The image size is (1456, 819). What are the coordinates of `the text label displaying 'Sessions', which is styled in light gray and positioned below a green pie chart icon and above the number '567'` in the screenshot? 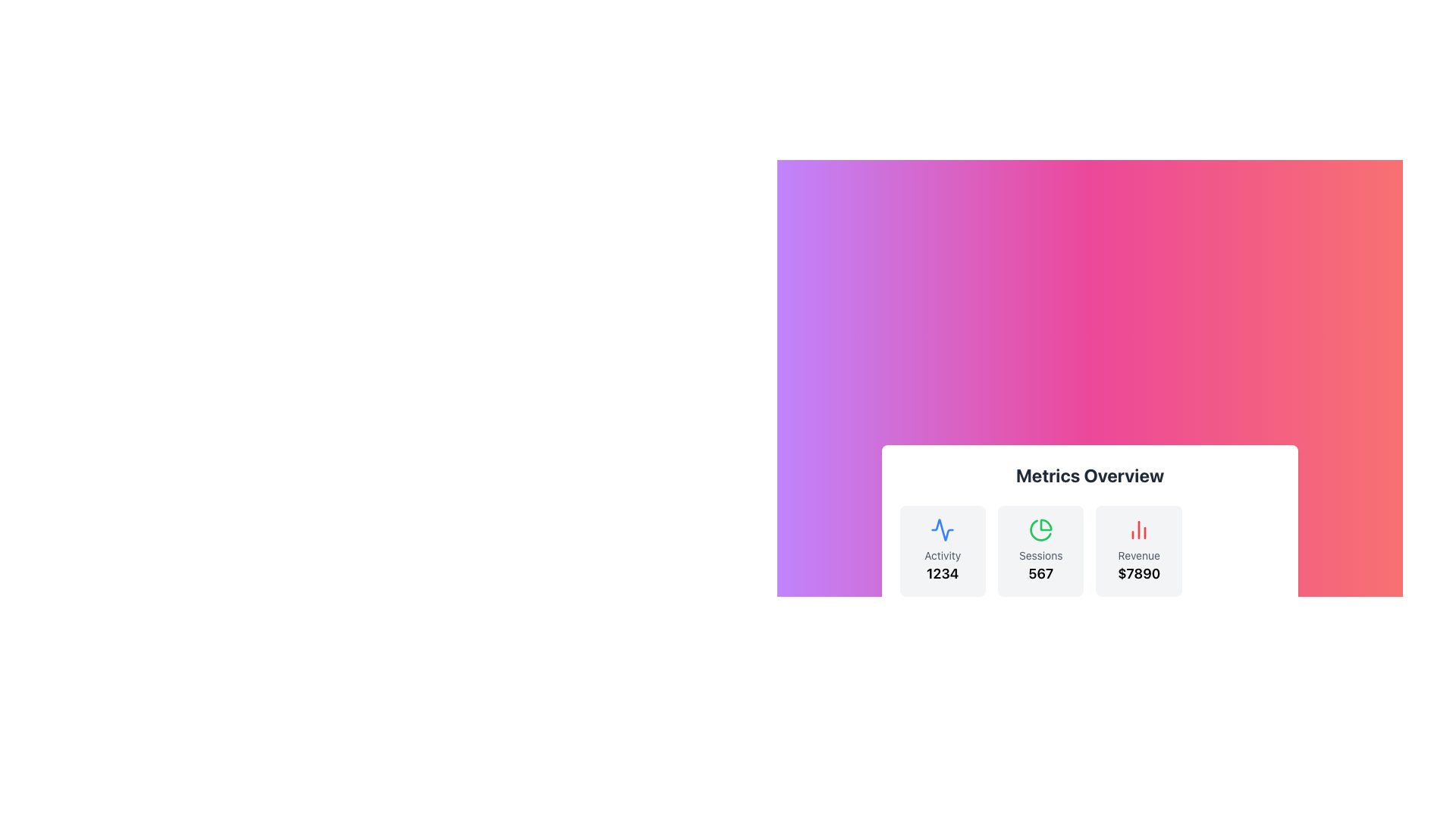 It's located at (1040, 555).